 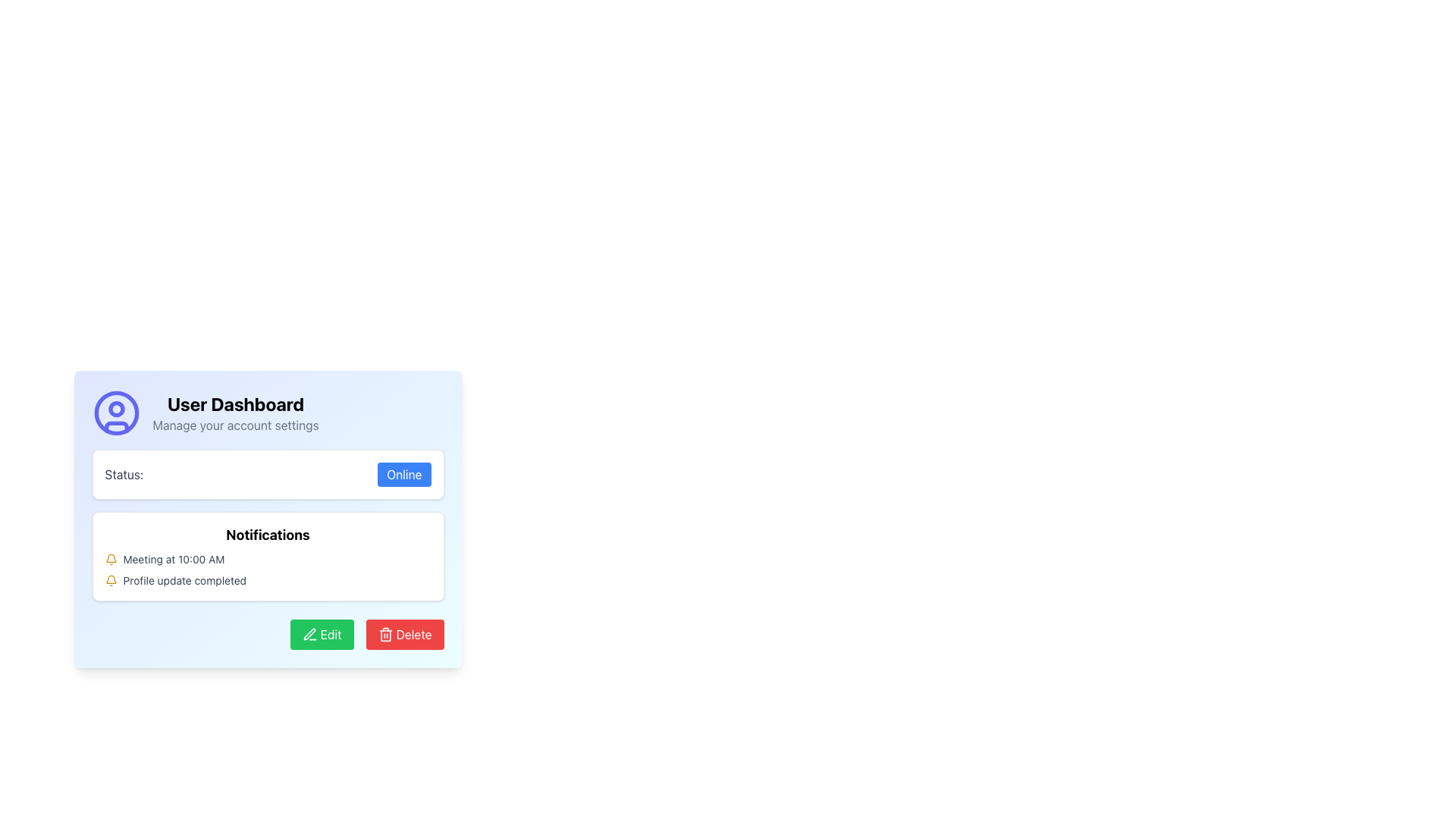 I want to click on the profile icon of the 'User Dashboard' composite element, which has a circular shape with a blue outline, so click(x=268, y=413).